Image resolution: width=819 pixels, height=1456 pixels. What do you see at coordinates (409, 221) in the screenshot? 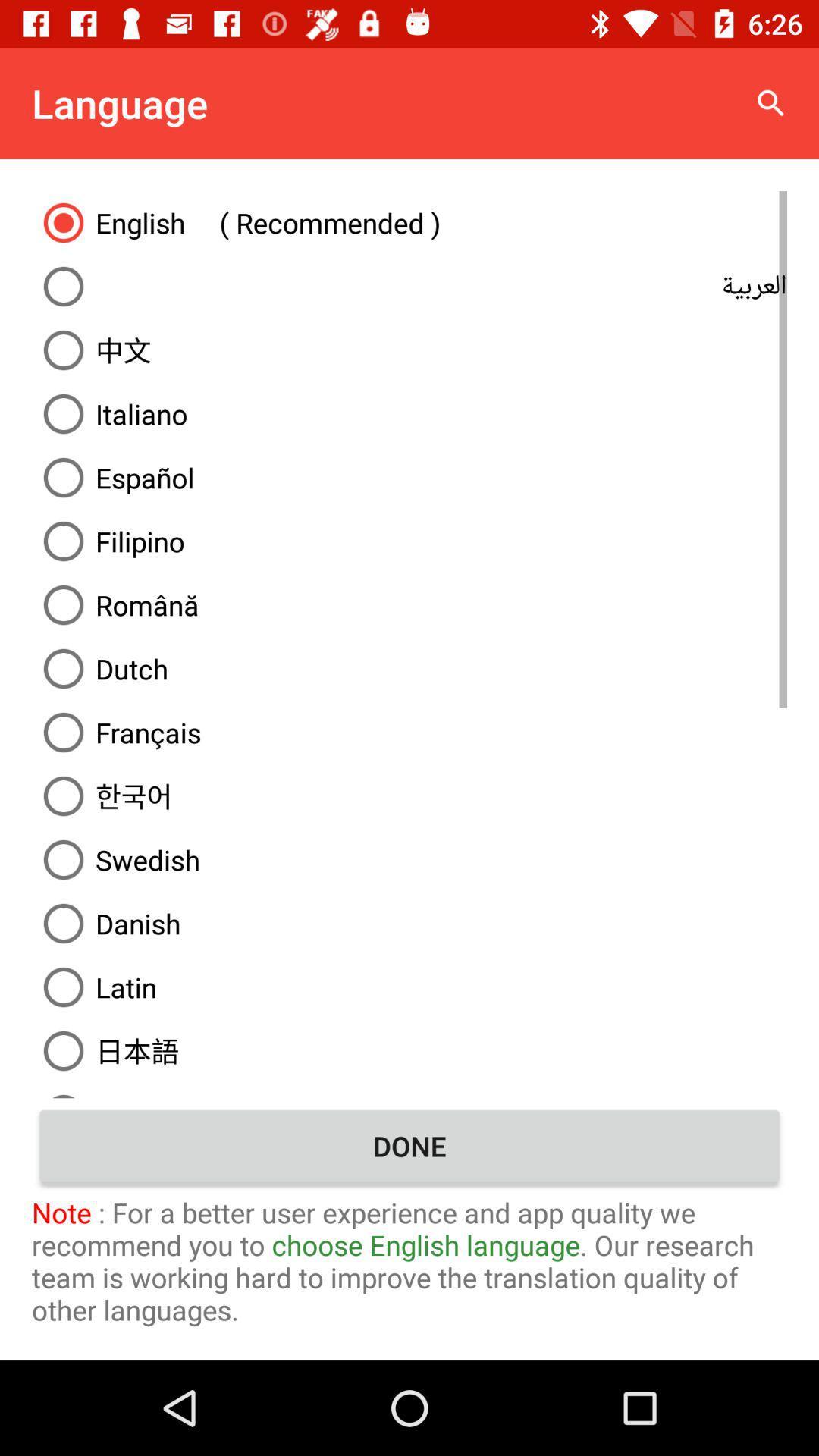
I see `english     ( recommended ) item` at bounding box center [409, 221].